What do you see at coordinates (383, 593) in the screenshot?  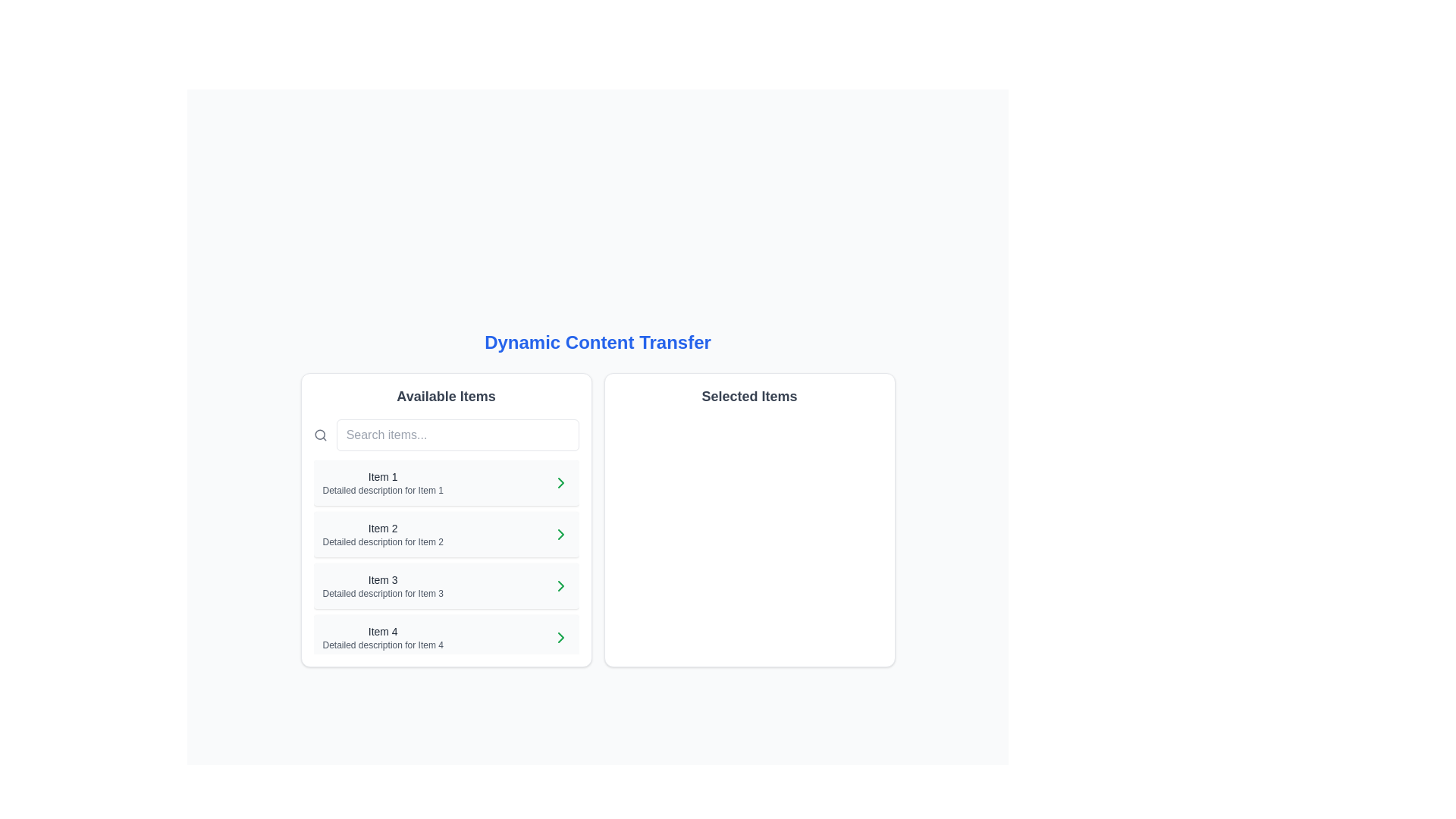 I see `the descriptive label for 'Item 3', which is the second text display element in the 'Available Items' section, located in the third row of the list` at bounding box center [383, 593].